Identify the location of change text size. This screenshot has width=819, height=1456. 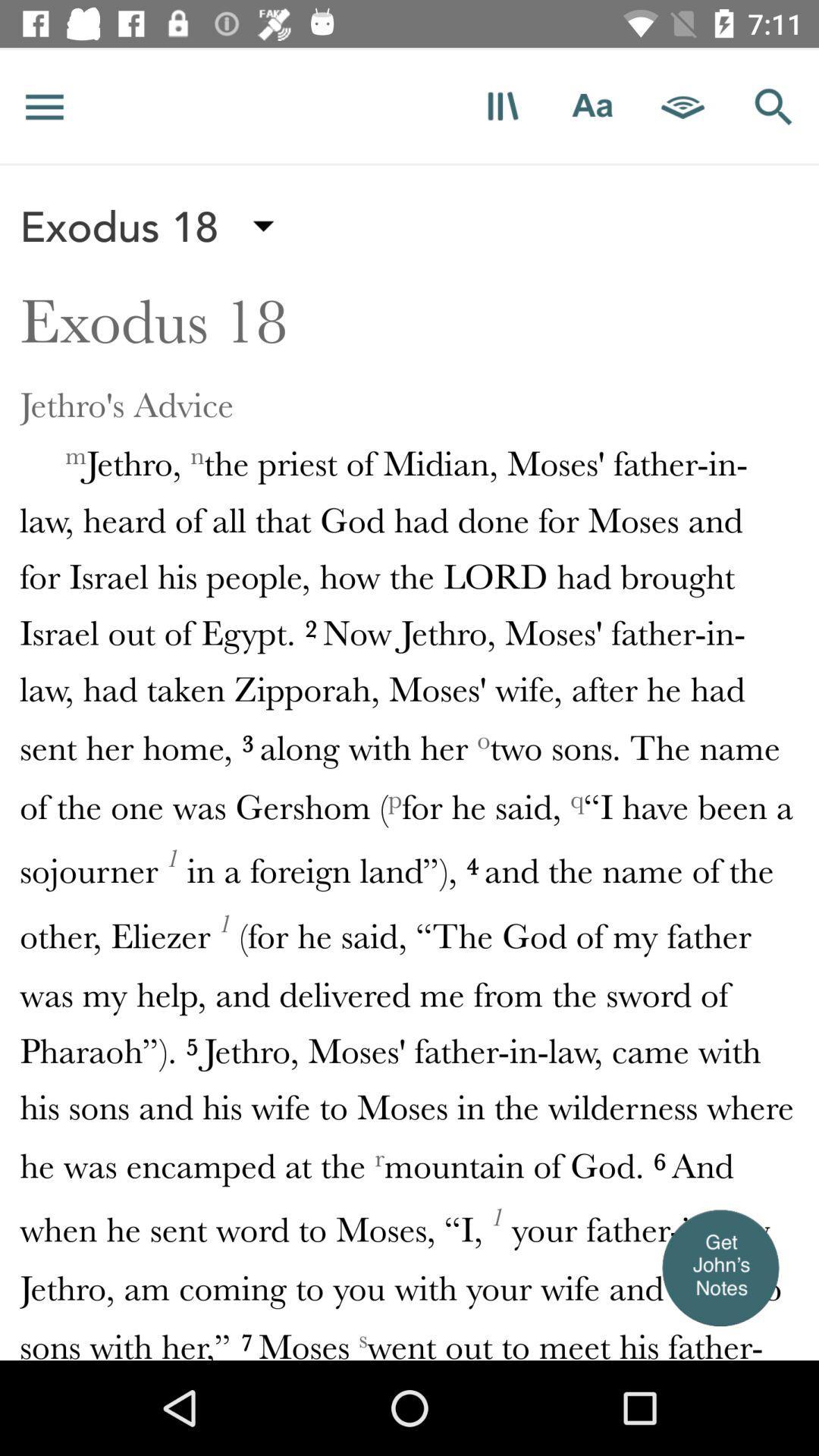
(591, 105).